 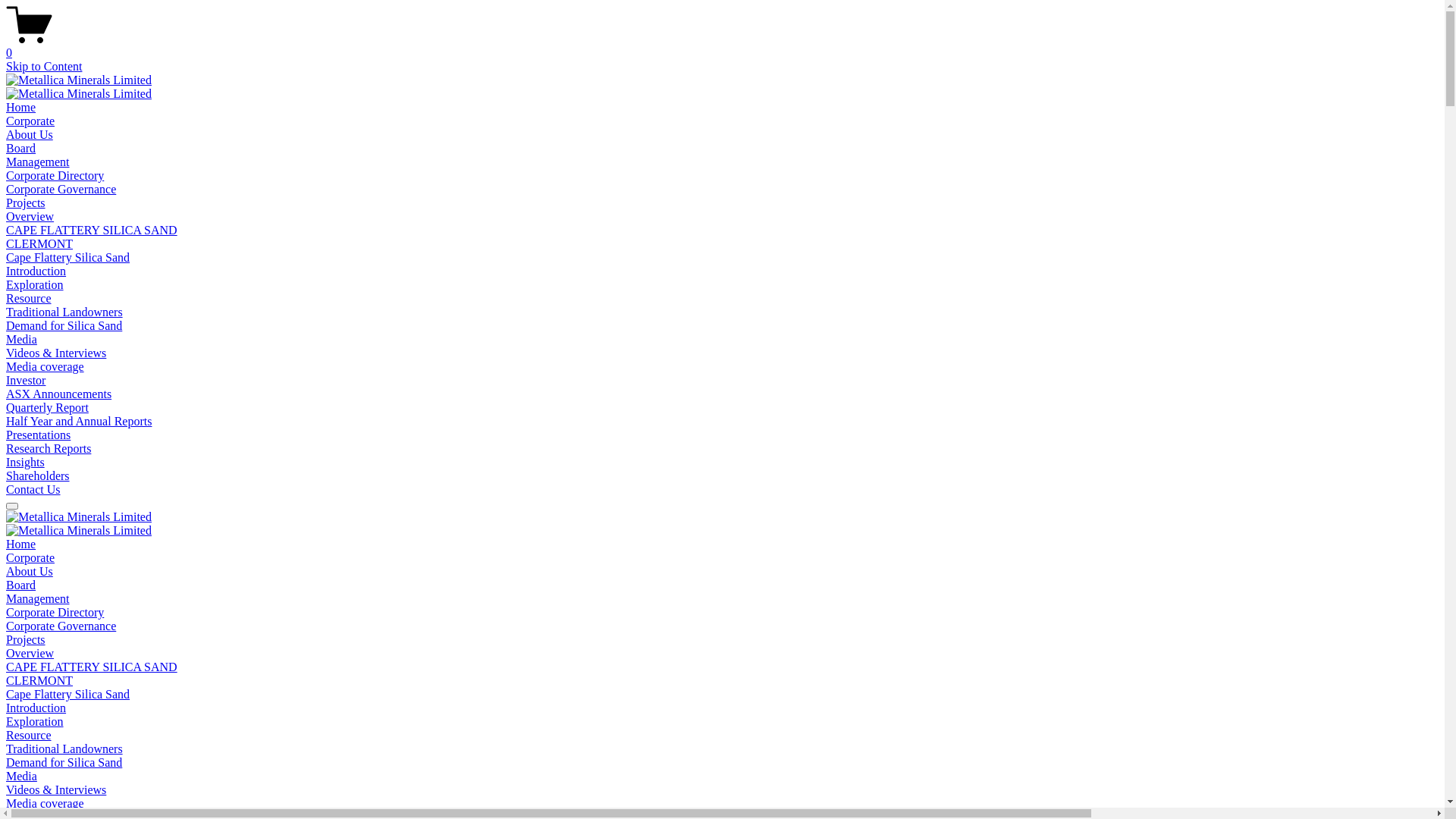 I want to click on 'Home', so click(x=20, y=106).